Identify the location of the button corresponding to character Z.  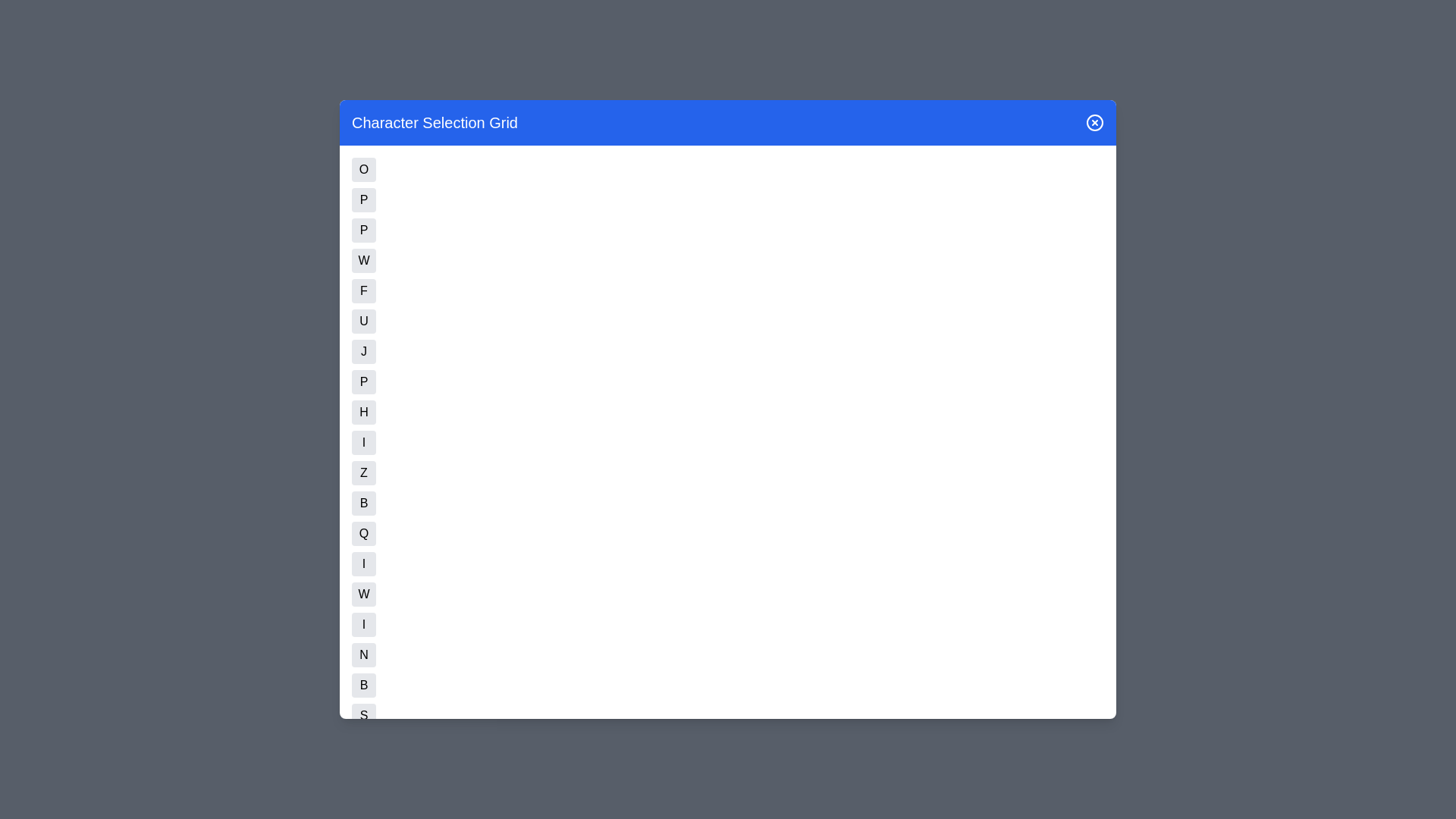
(364, 472).